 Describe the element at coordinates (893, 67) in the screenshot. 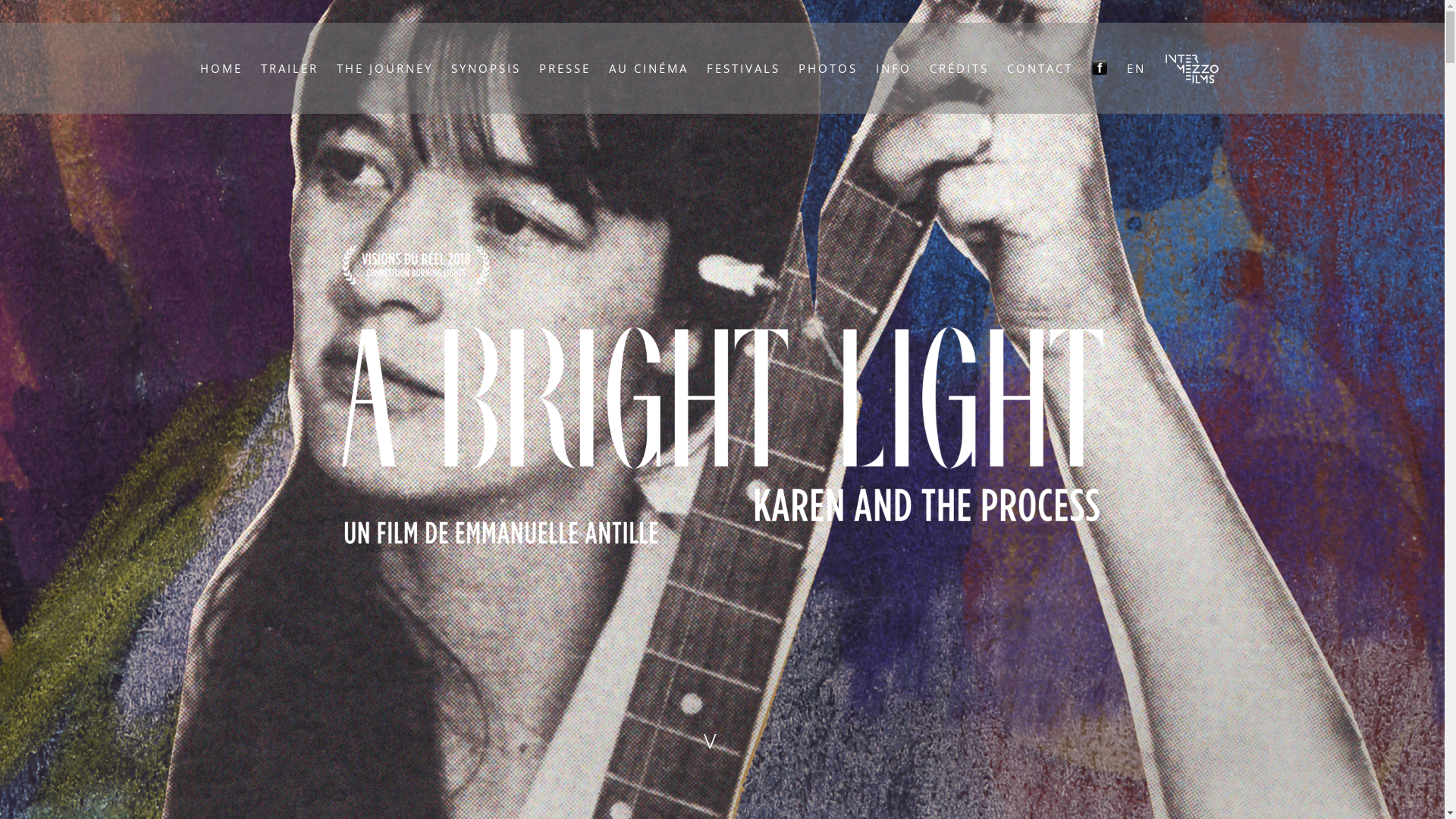

I see `'INFO'` at that location.